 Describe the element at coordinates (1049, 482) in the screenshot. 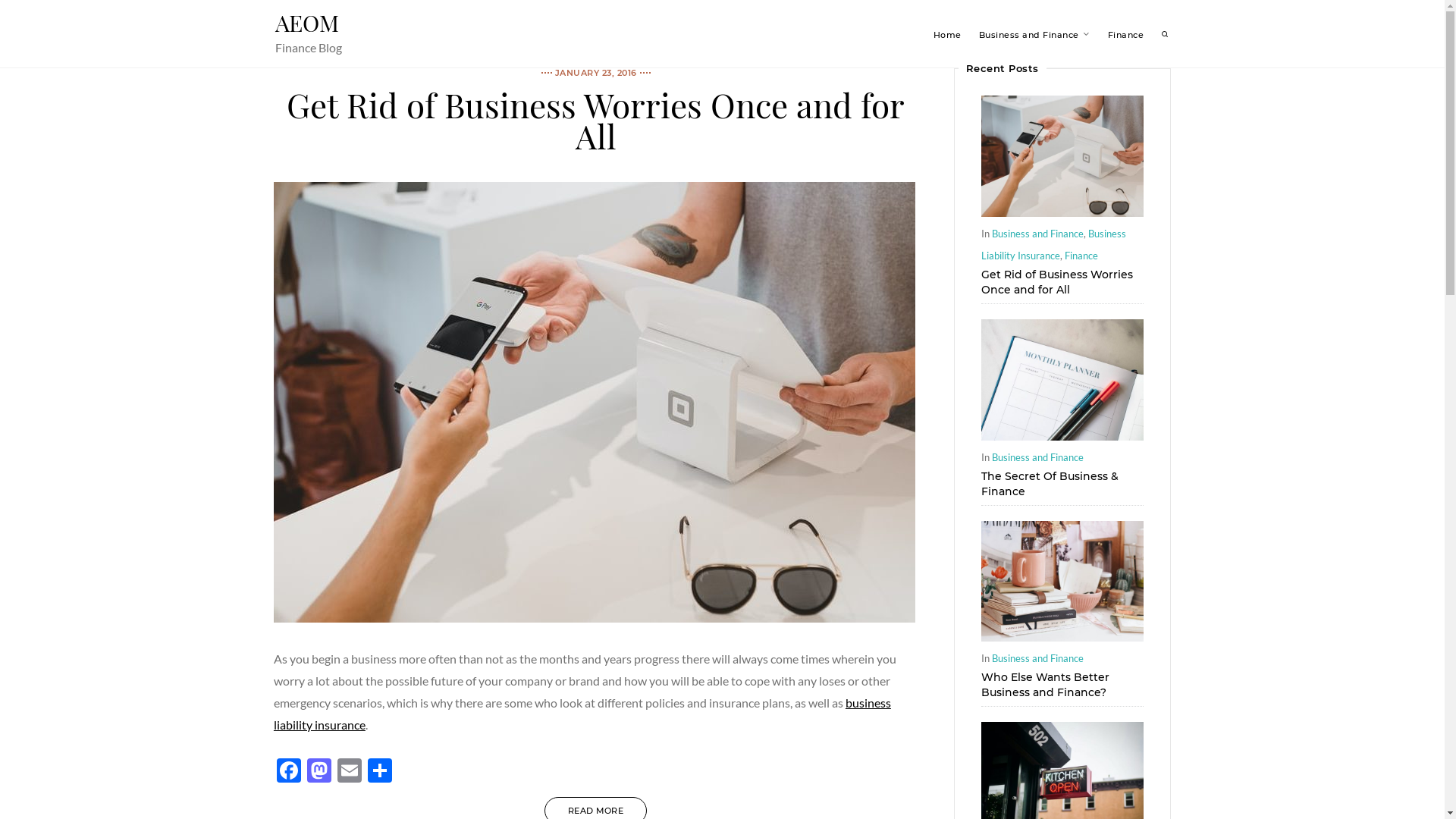

I see `'The Secret Of Business & Finance'` at that location.